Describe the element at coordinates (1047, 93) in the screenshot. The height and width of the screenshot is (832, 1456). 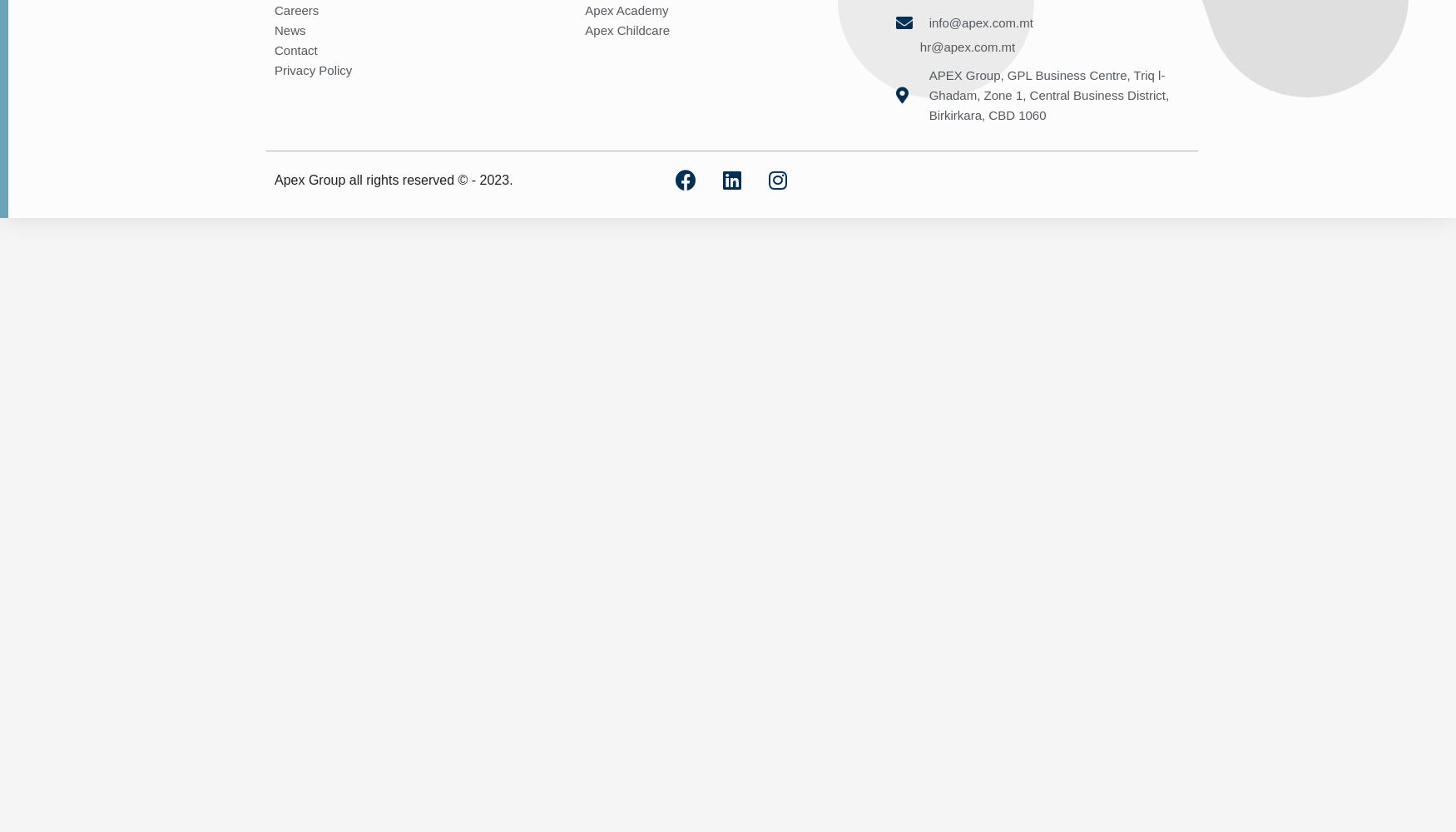
I see `'APEX Group, GPL Business Centre, Triq l-Ghadam, Zone 1, Central Business District, Birkirkara, CBD 1060'` at that location.